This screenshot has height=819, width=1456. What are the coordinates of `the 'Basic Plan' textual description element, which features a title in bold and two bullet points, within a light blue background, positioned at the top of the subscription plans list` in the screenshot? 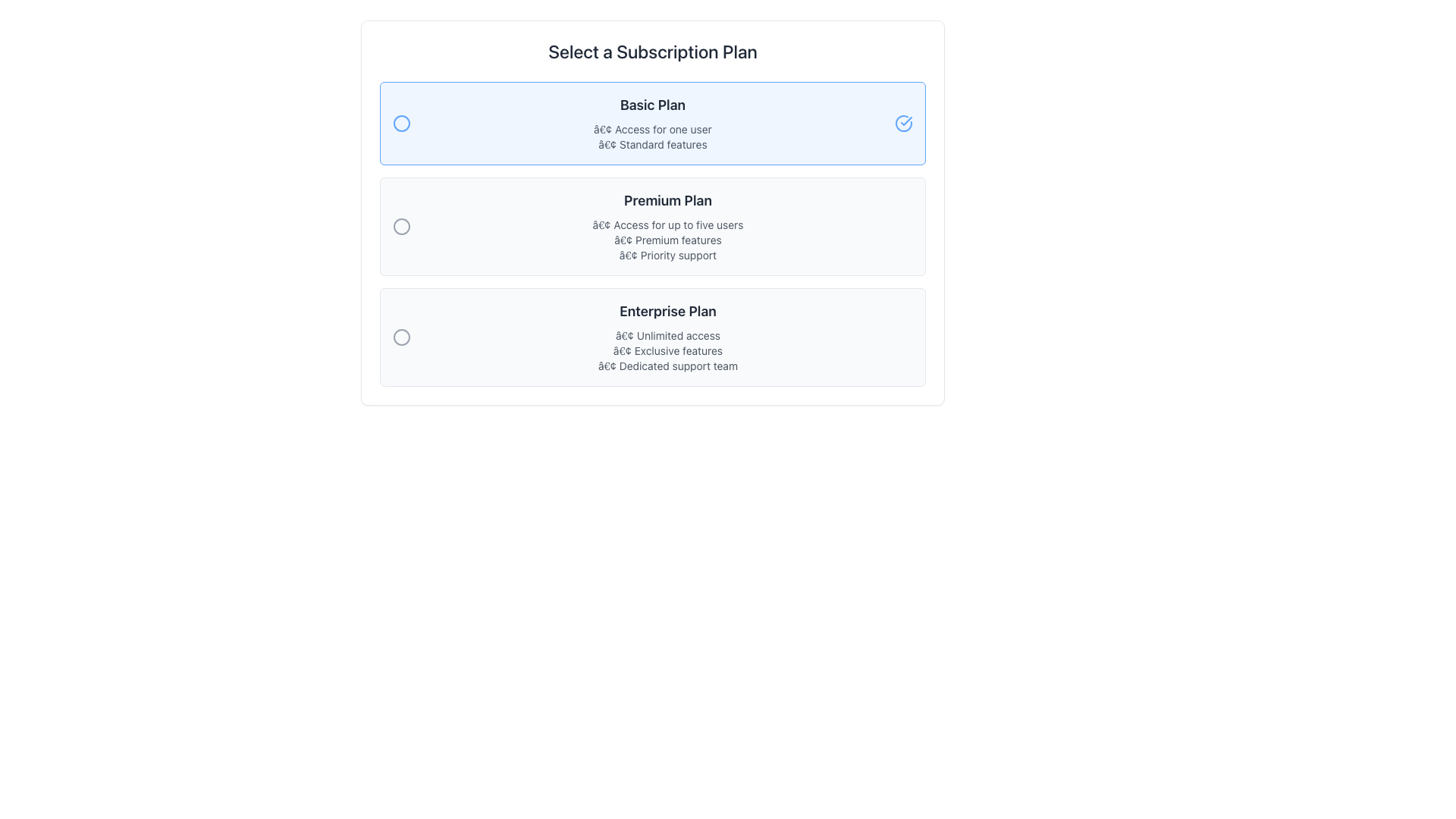 It's located at (652, 122).